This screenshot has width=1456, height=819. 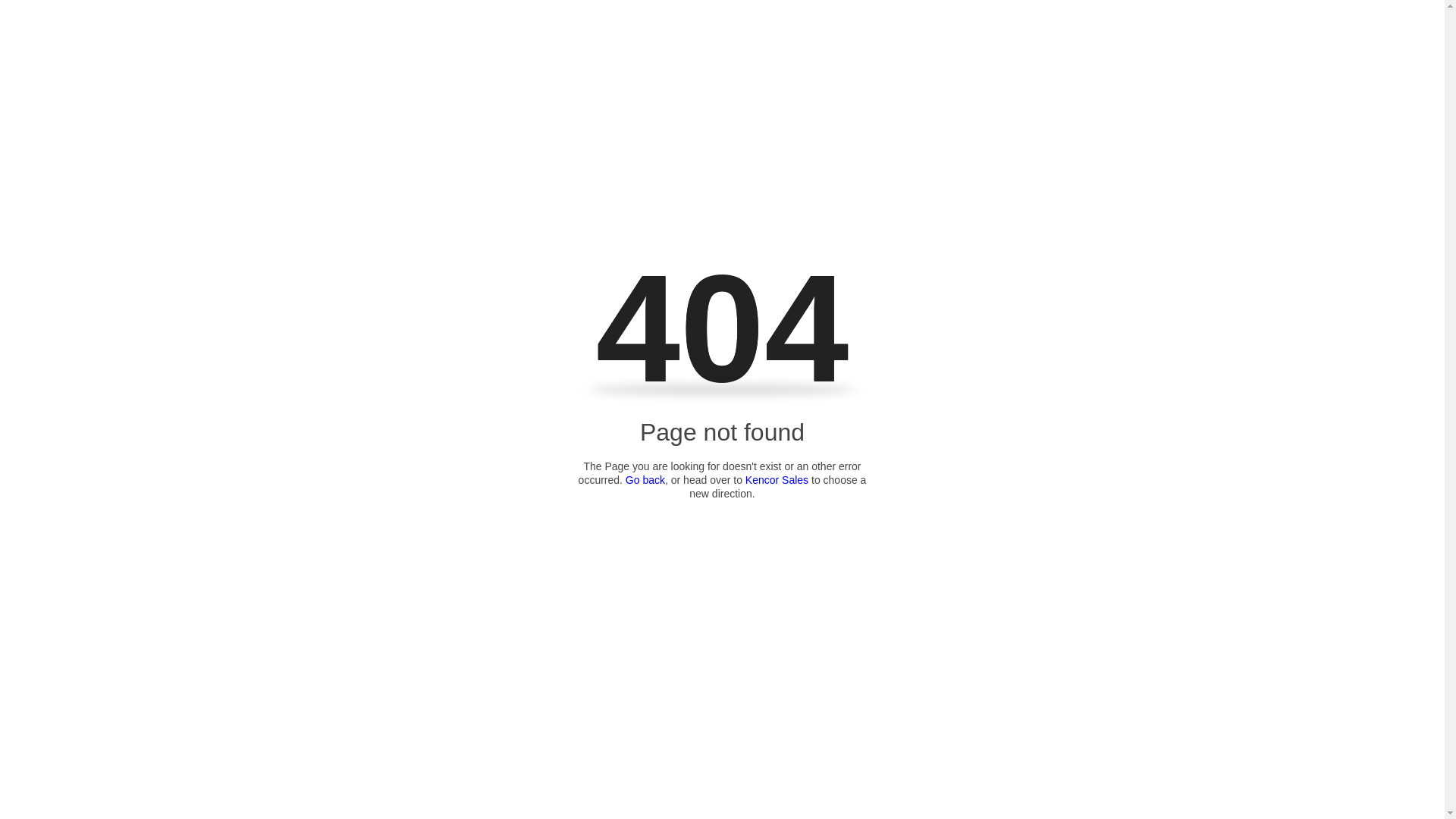 What do you see at coordinates (777, 479) in the screenshot?
I see `'Kencor Sales'` at bounding box center [777, 479].